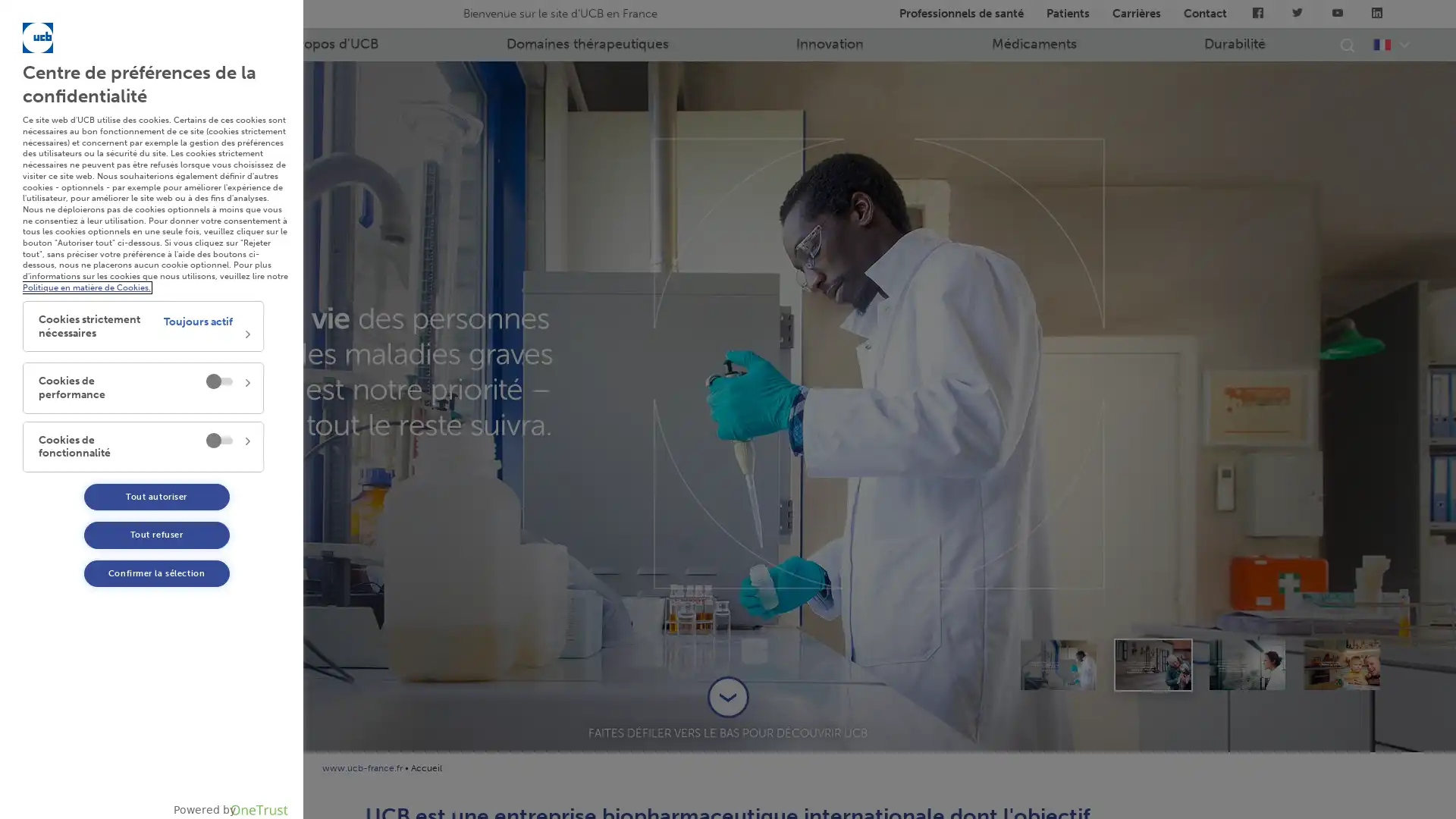 Image resolution: width=1456 pixels, height=819 pixels. Describe the element at coordinates (156, 534) in the screenshot. I see `Tout refuser` at that location.